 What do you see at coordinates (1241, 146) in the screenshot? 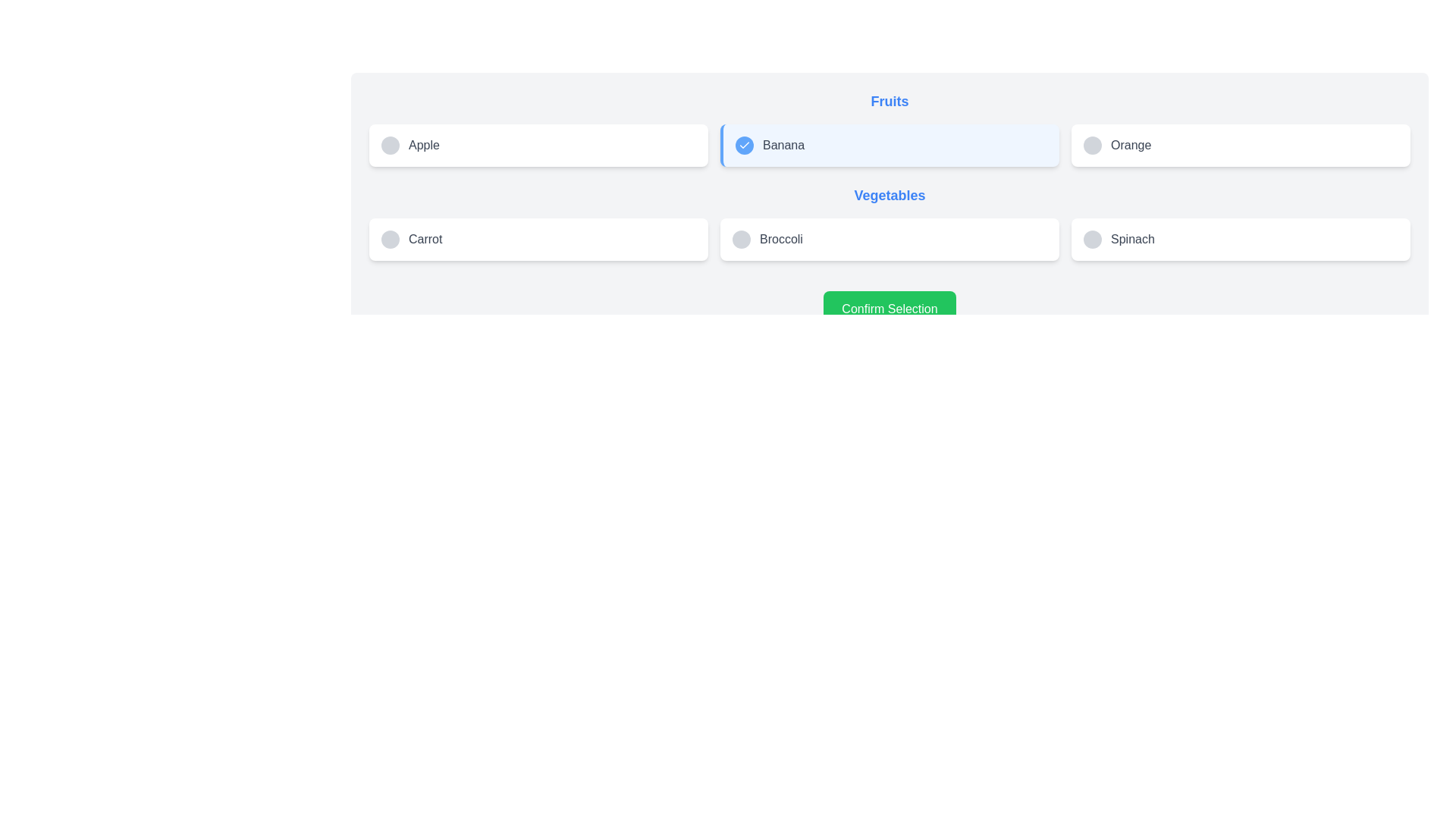
I see `the 'Orange' clickable card option selector, which is the third option in the Fruits category grid` at bounding box center [1241, 146].